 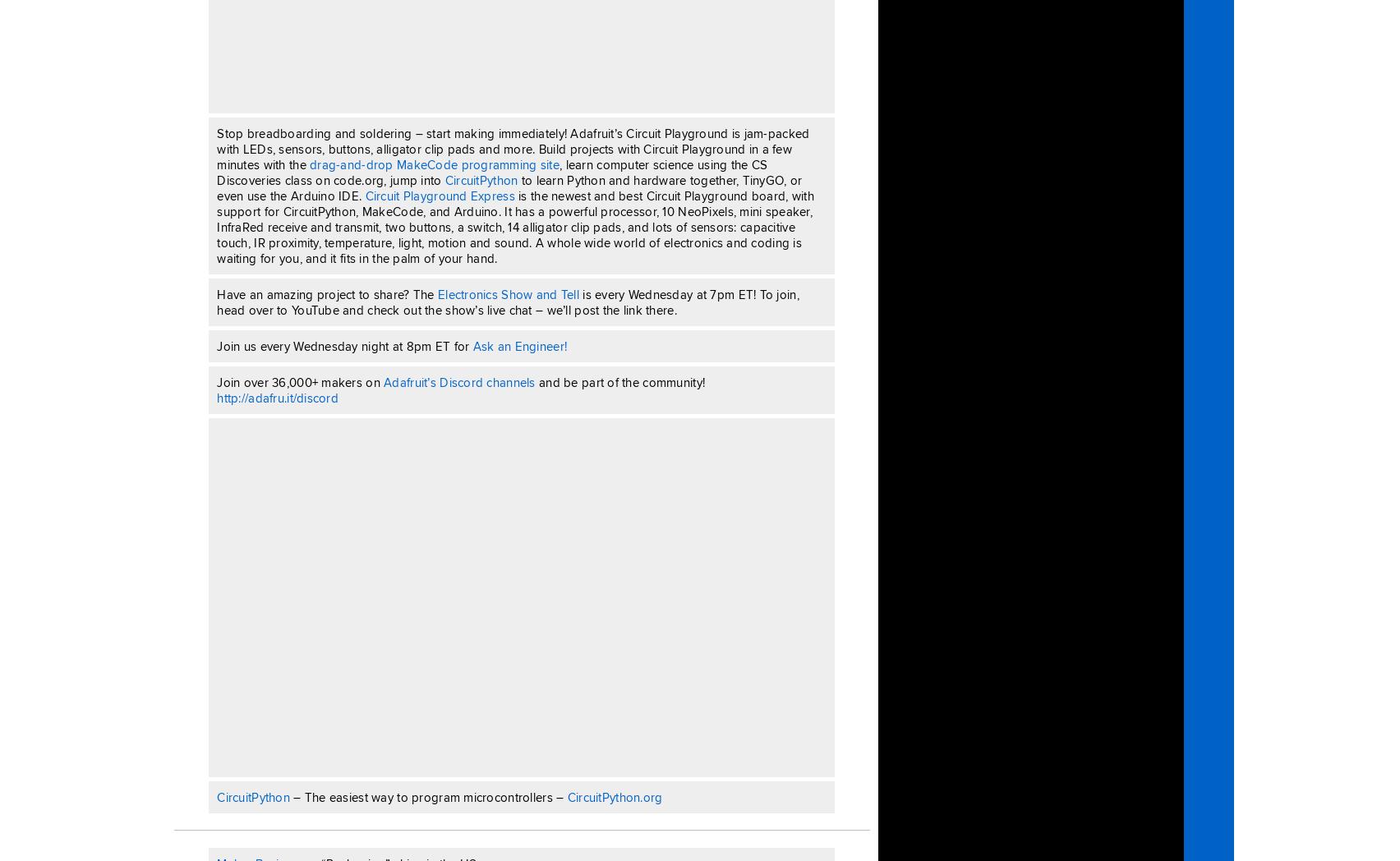 What do you see at coordinates (326, 292) in the screenshot?
I see `'Have an amazing project to share? The'` at bounding box center [326, 292].